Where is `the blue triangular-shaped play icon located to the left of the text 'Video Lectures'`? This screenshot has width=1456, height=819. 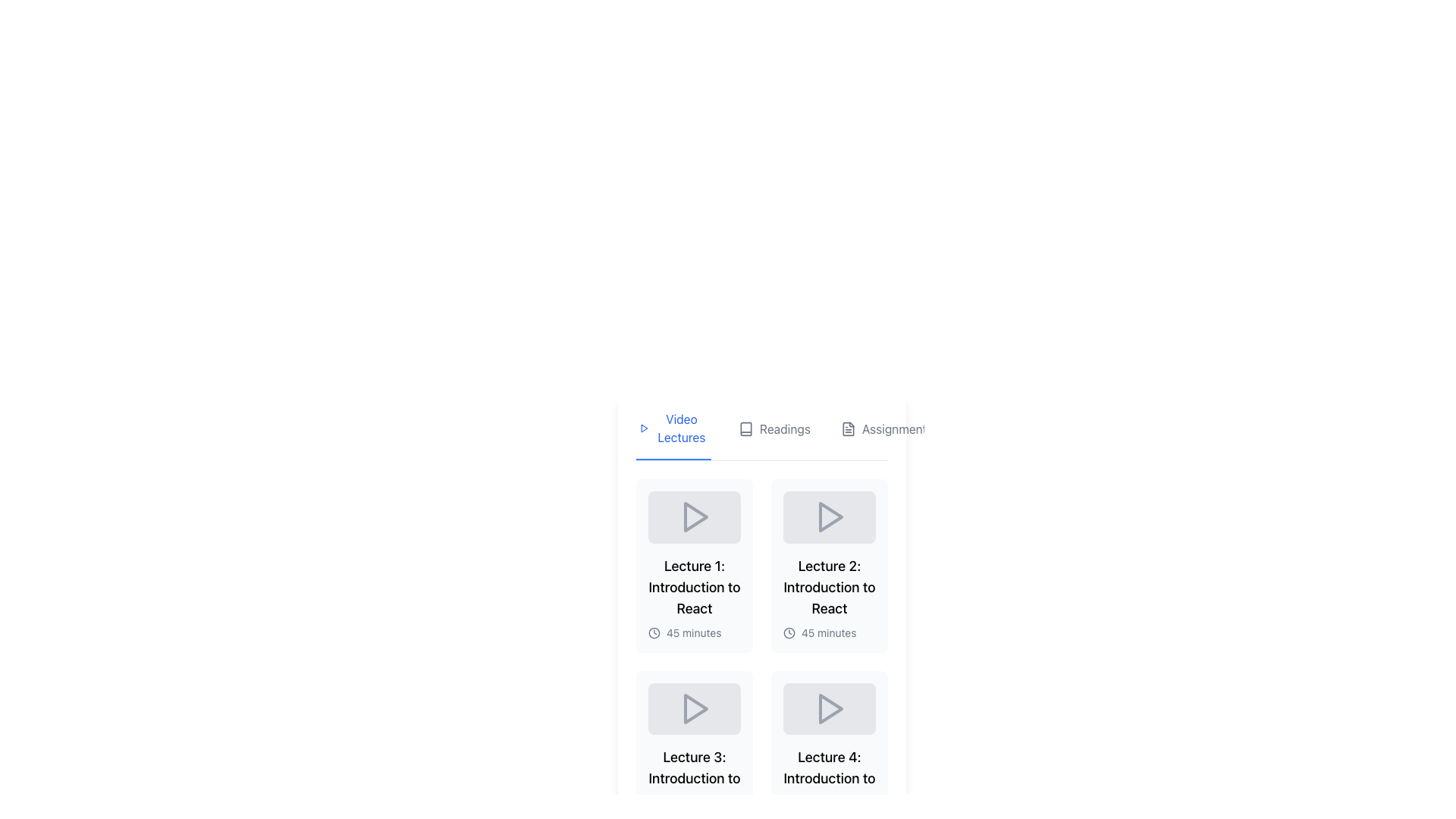
the blue triangular-shaped play icon located to the left of the text 'Video Lectures' is located at coordinates (644, 428).